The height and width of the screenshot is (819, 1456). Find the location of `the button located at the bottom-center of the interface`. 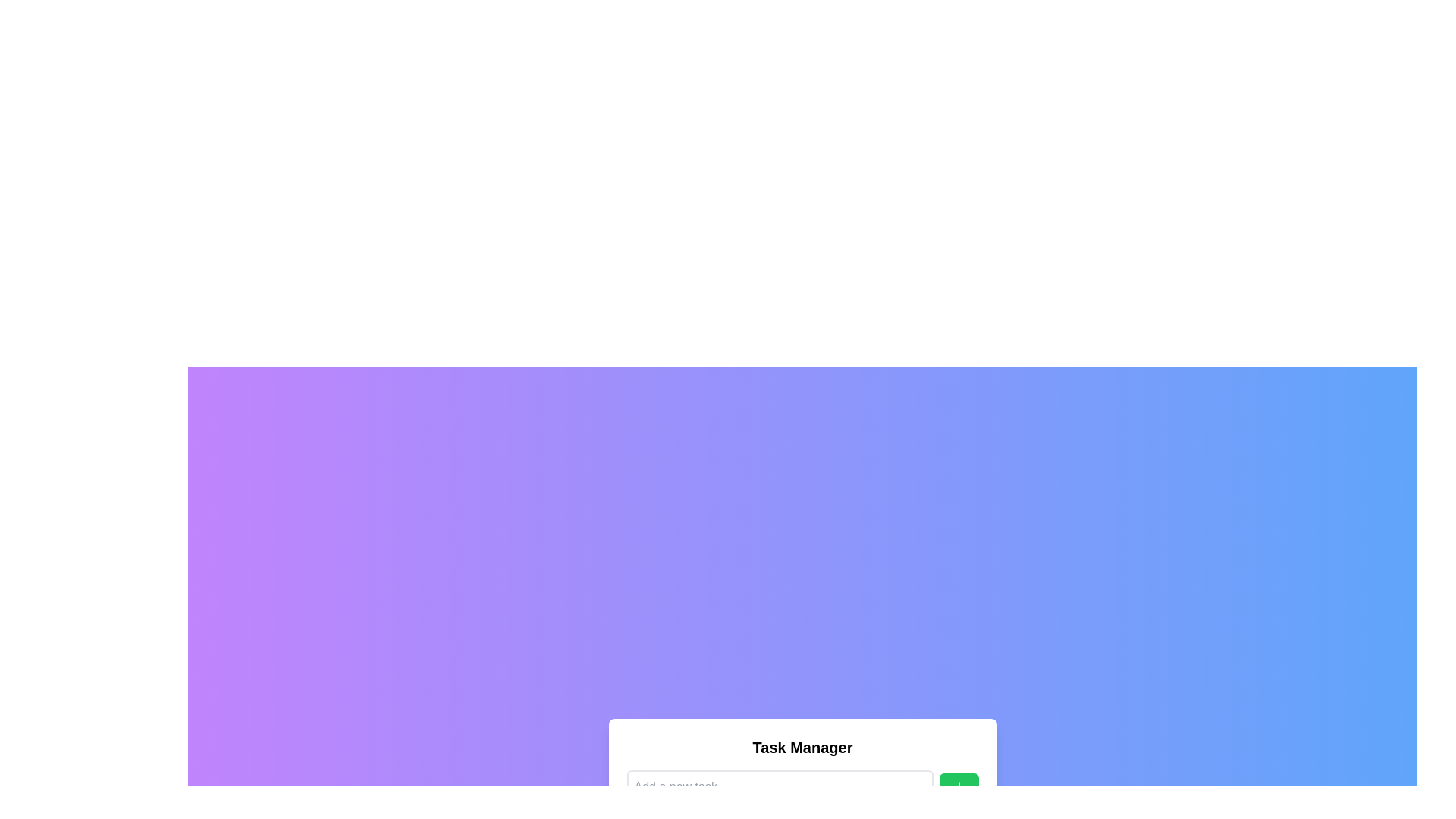

the button located at the bottom-center of the interface is located at coordinates (958, 786).